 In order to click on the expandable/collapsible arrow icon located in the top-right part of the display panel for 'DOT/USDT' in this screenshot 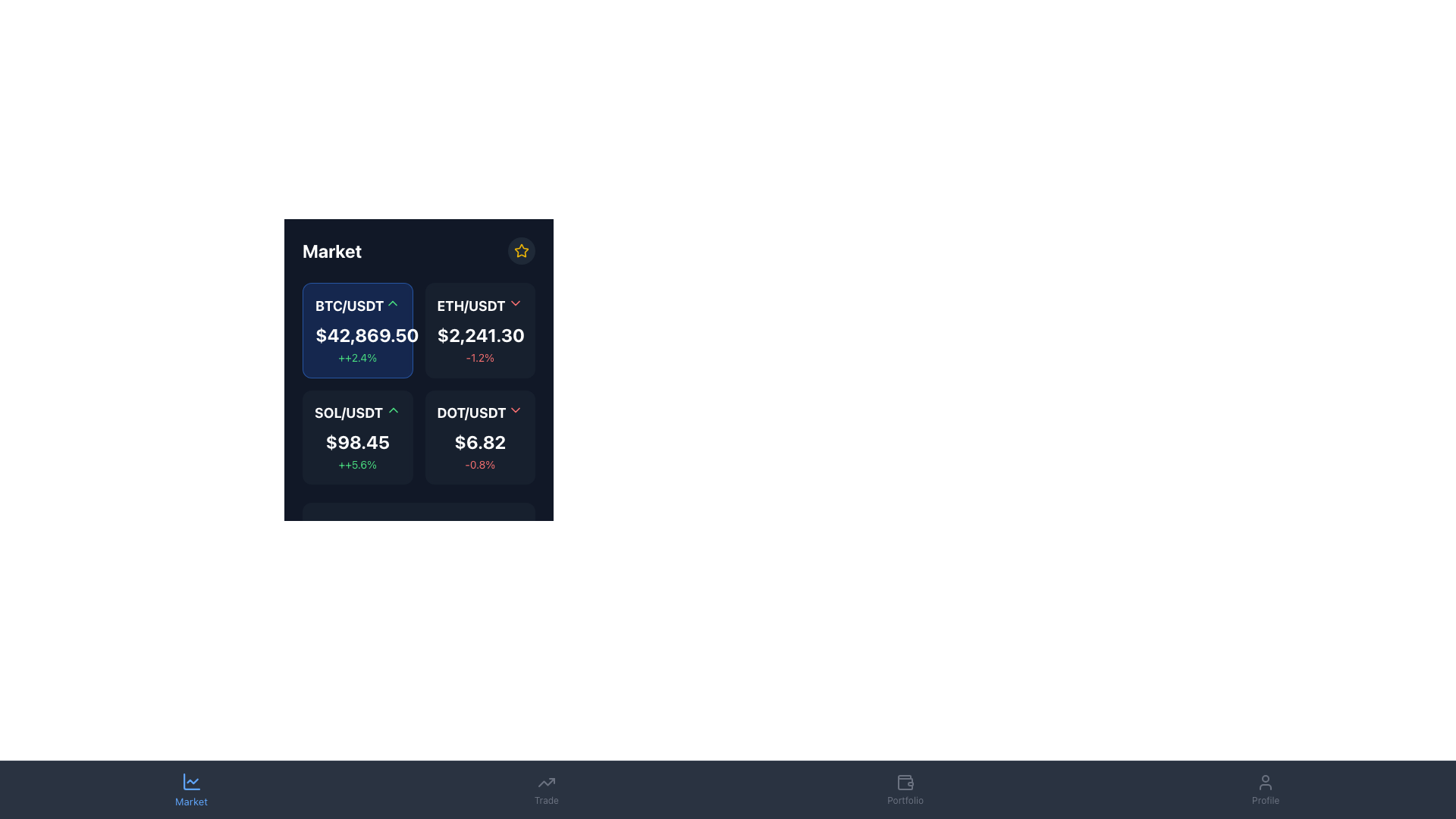, I will do `click(516, 409)`.